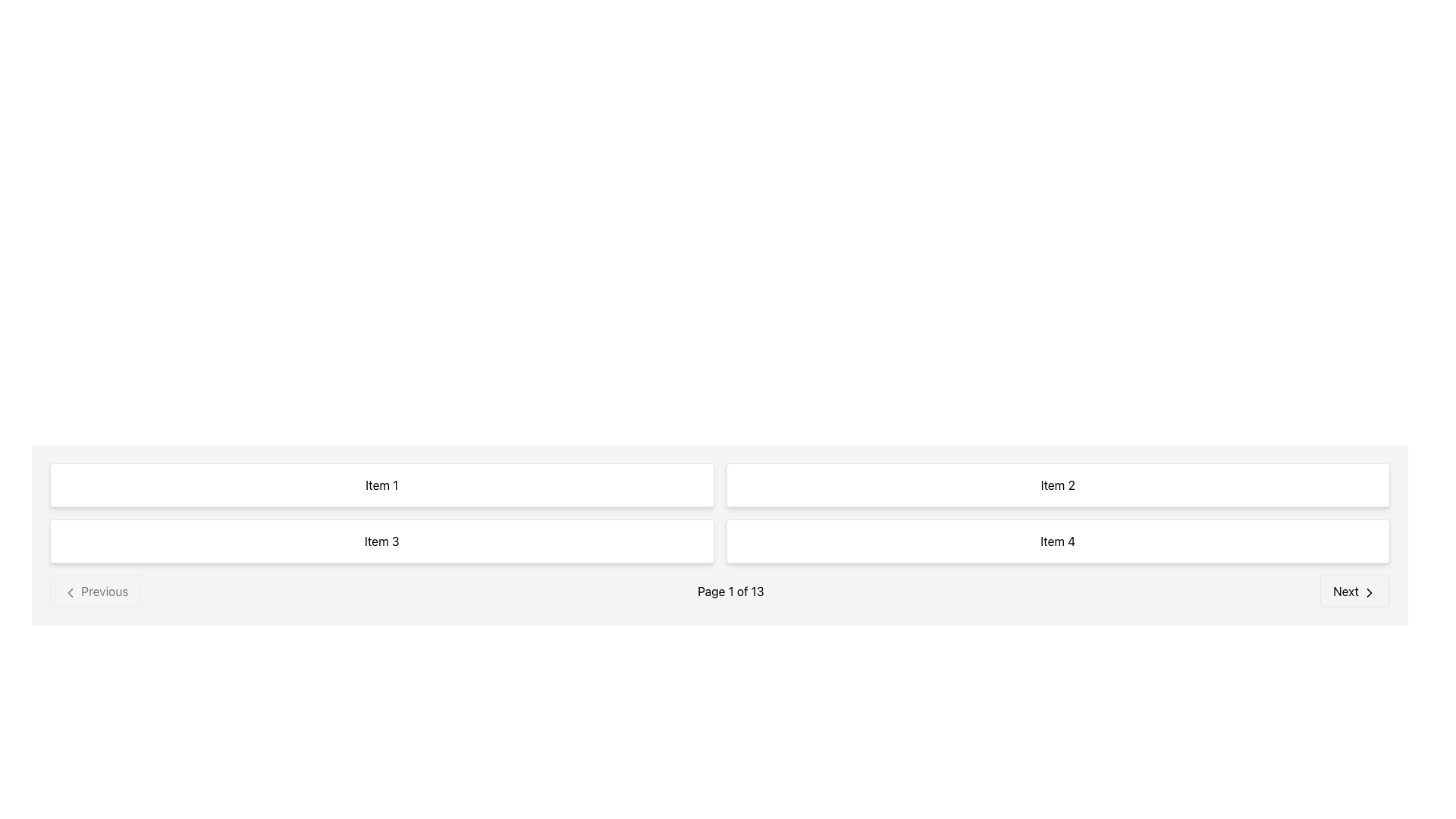  Describe the element at coordinates (381, 485) in the screenshot. I see `the static display label that presents 'Item 1', located in the top-left cell of a 2x2 grid layout` at that location.